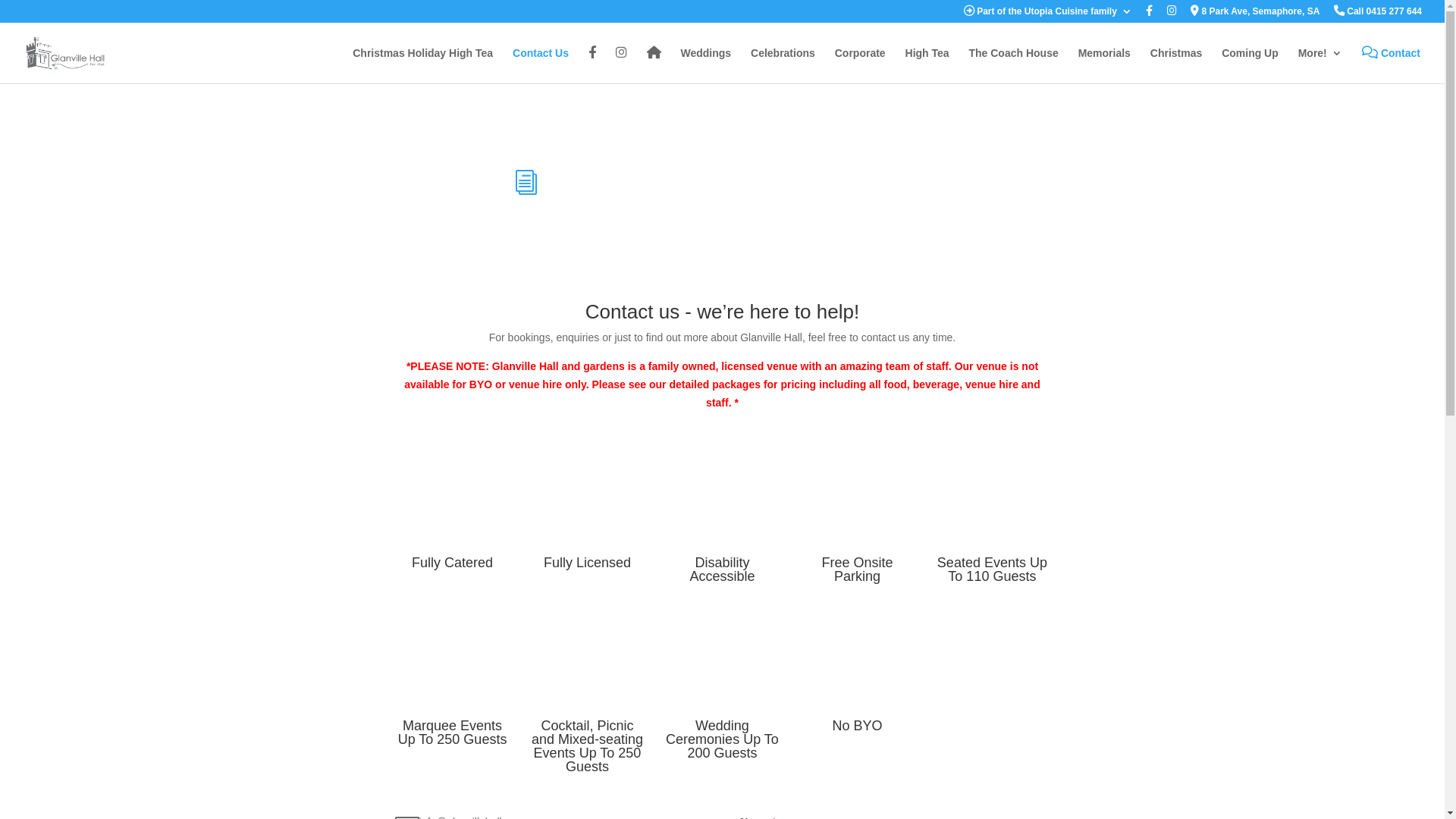 This screenshot has height=819, width=1456. What do you see at coordinates (621, 64) in the screenshot?
I see `'Instagram'` at bounding box center [621, 64].